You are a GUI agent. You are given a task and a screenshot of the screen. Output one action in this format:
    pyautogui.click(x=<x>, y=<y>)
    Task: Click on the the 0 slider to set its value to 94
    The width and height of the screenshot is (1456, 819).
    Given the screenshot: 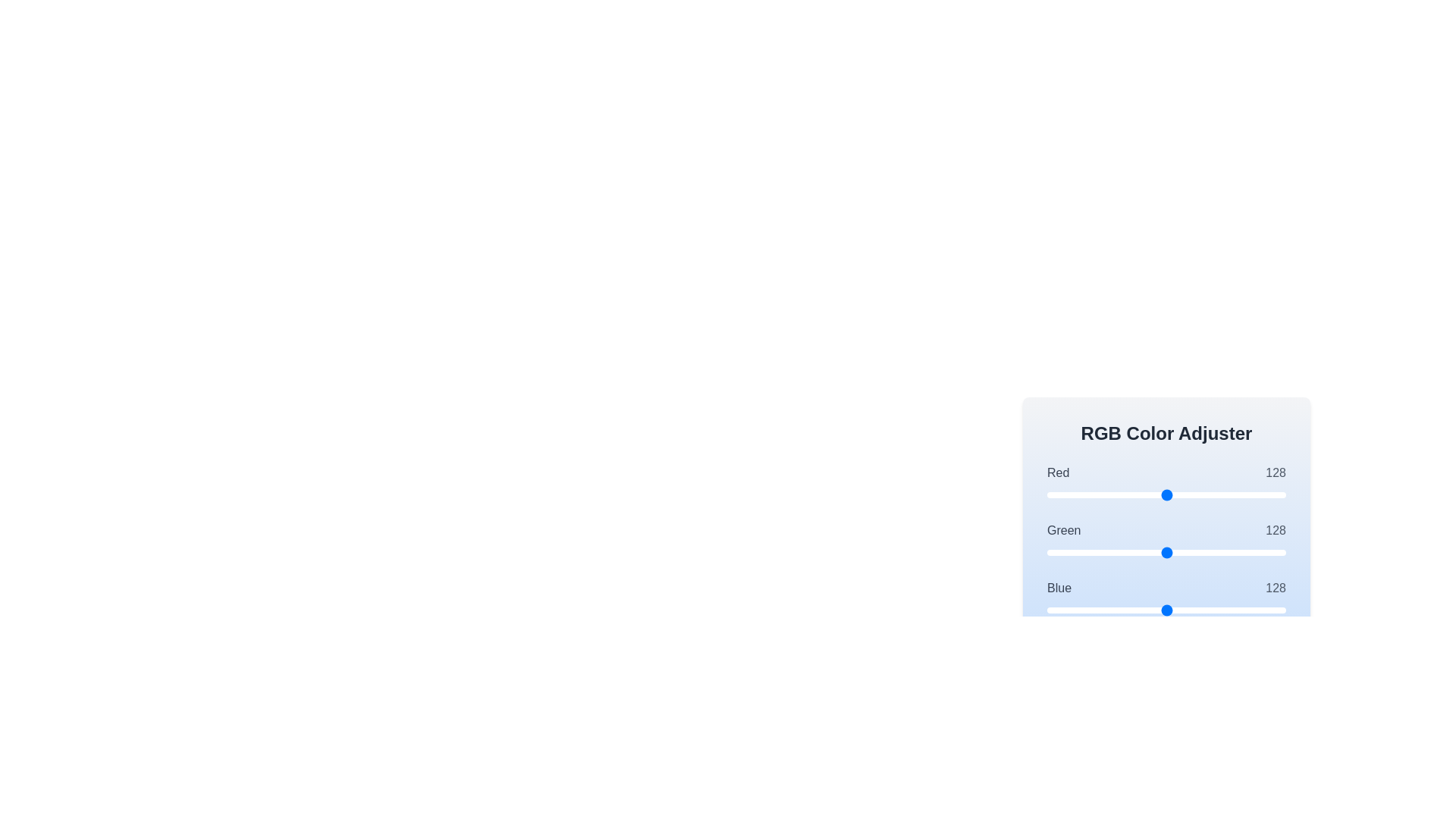 What is the action you would take?
    pyautogui.click(x=1135, y=494)
    